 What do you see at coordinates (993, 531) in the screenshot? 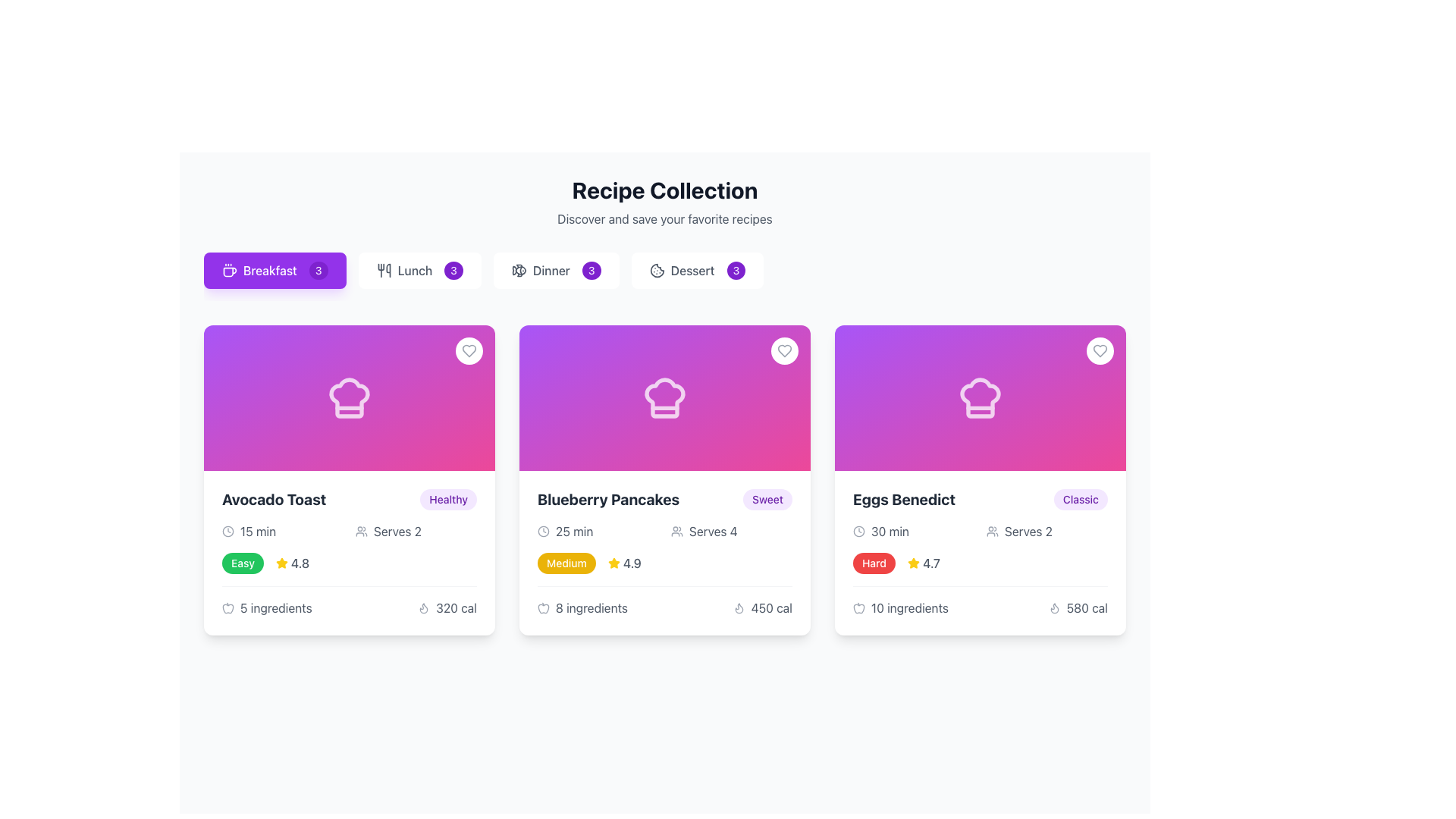
I see `the serving size icon located in the 'Eggs Benedict' recipe card next to the text 'Serves 2' in the second row of information` at bounding box center [993, 531].